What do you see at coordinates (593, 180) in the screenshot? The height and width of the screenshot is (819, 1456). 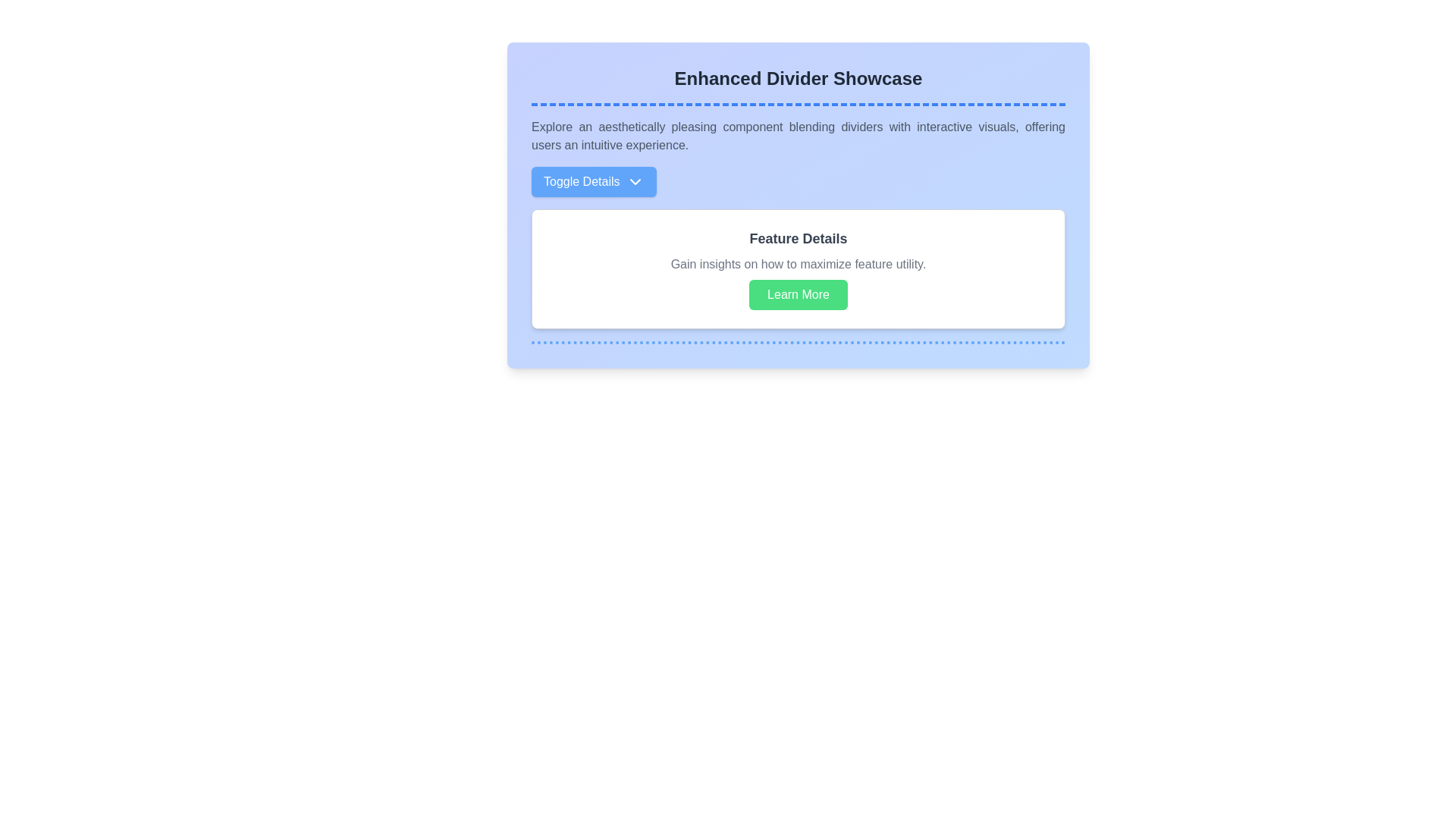 I see `the rectangular button with a blue background and white text that reads 'Toggle Details'` at bounding box center [593, 180].